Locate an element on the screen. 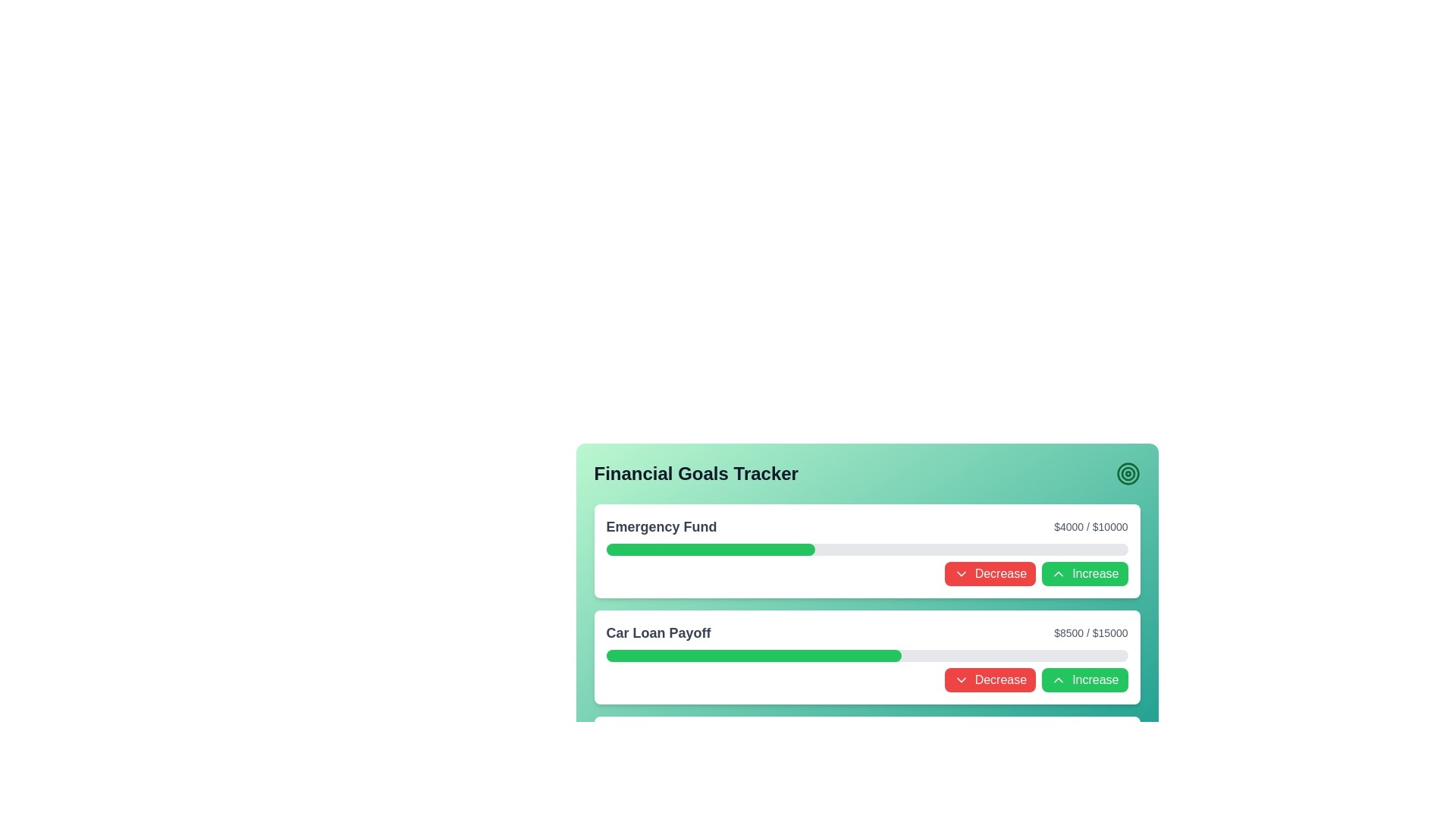 The image size is (1456, 819). the horizontal progress bar with a gray background and a green indicator filling approximately 40%, located below the text 'Emergency Fund $4000 / $10000' and above the buttons labeled 'Decrease' and 'Increase' is located at coordinates (867, 550).